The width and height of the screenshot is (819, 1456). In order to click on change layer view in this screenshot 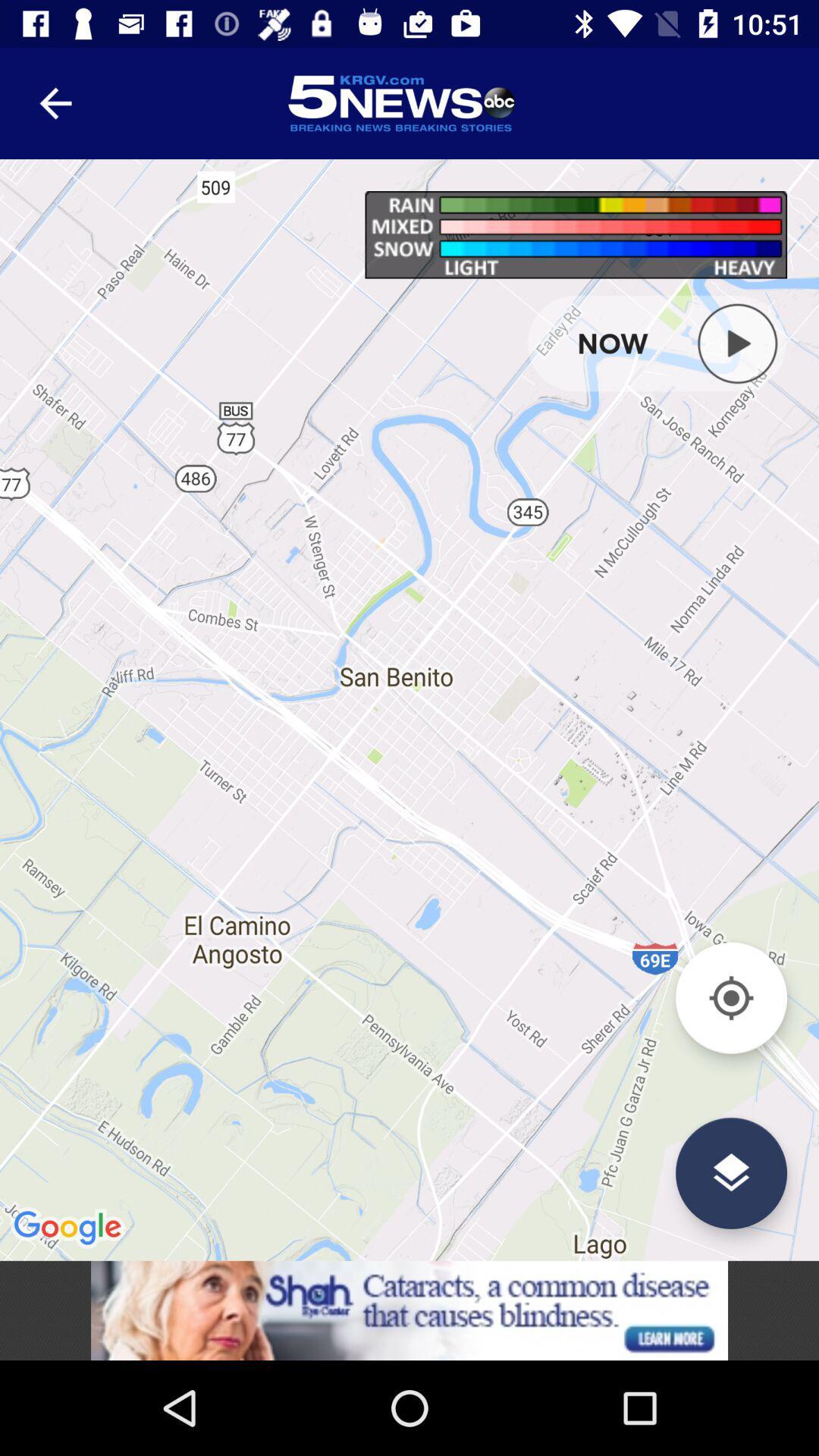, I will do `click(730, 1172)`.